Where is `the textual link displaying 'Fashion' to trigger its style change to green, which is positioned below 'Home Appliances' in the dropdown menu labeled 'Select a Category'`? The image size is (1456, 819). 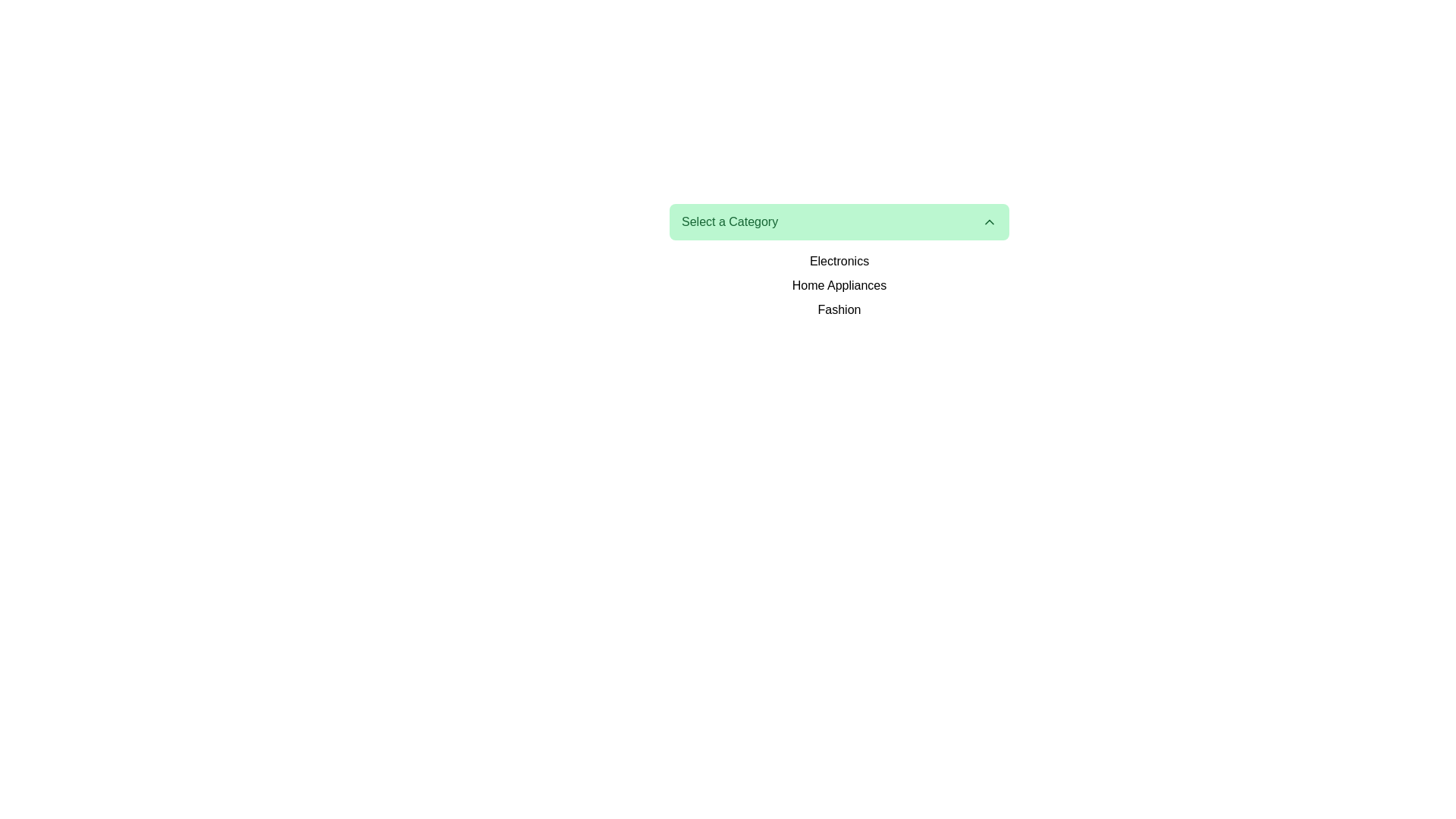
the textual link displaying 'Fashion' to trigger its style change to green, which is positioned below 'Home Appliances' in the dropdown menu labeled 'Select a Category' is located at coordinates (839, 309).